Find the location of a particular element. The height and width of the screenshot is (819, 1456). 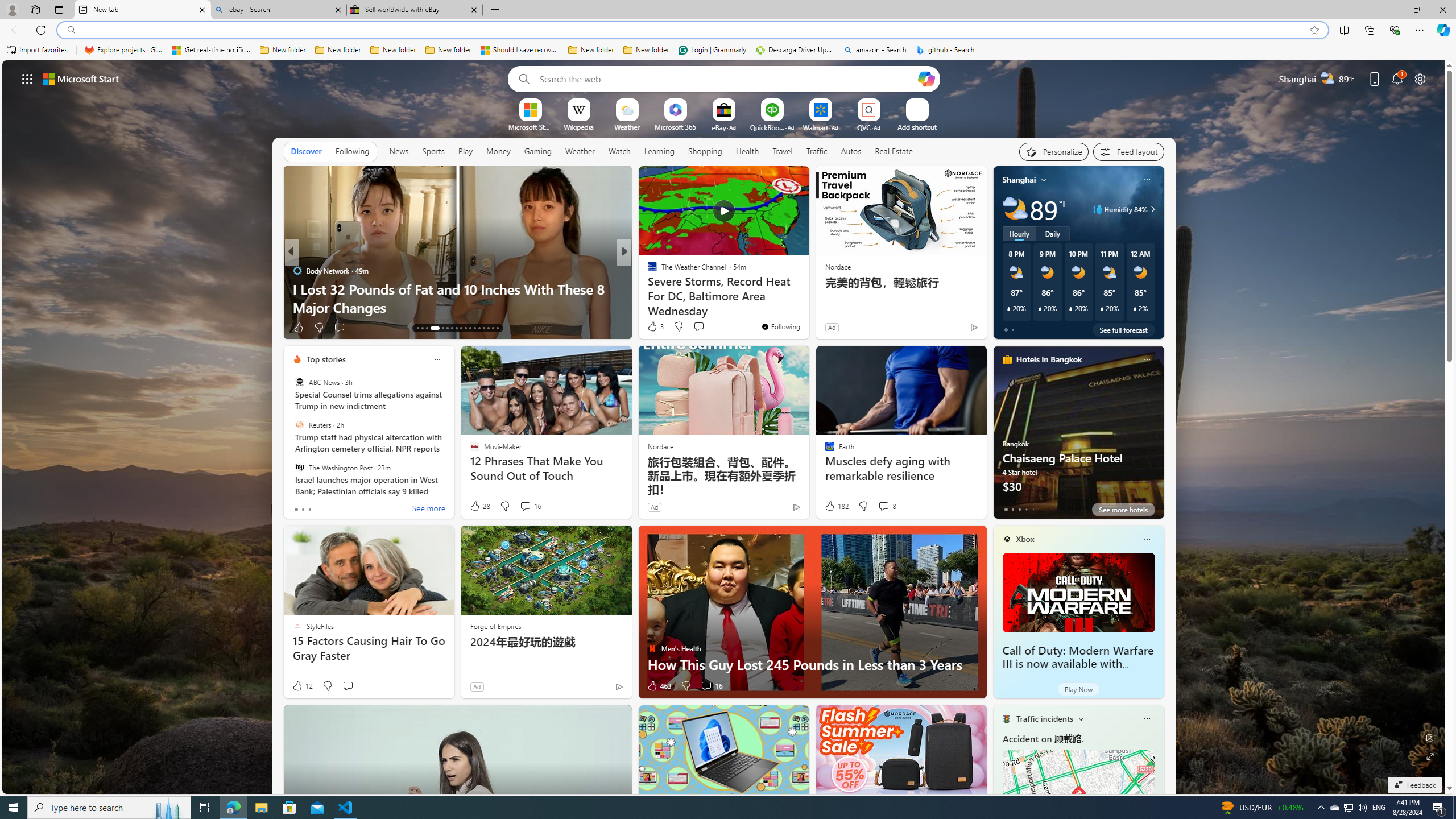

'Real Estate' is located at coordinates (893, 150).